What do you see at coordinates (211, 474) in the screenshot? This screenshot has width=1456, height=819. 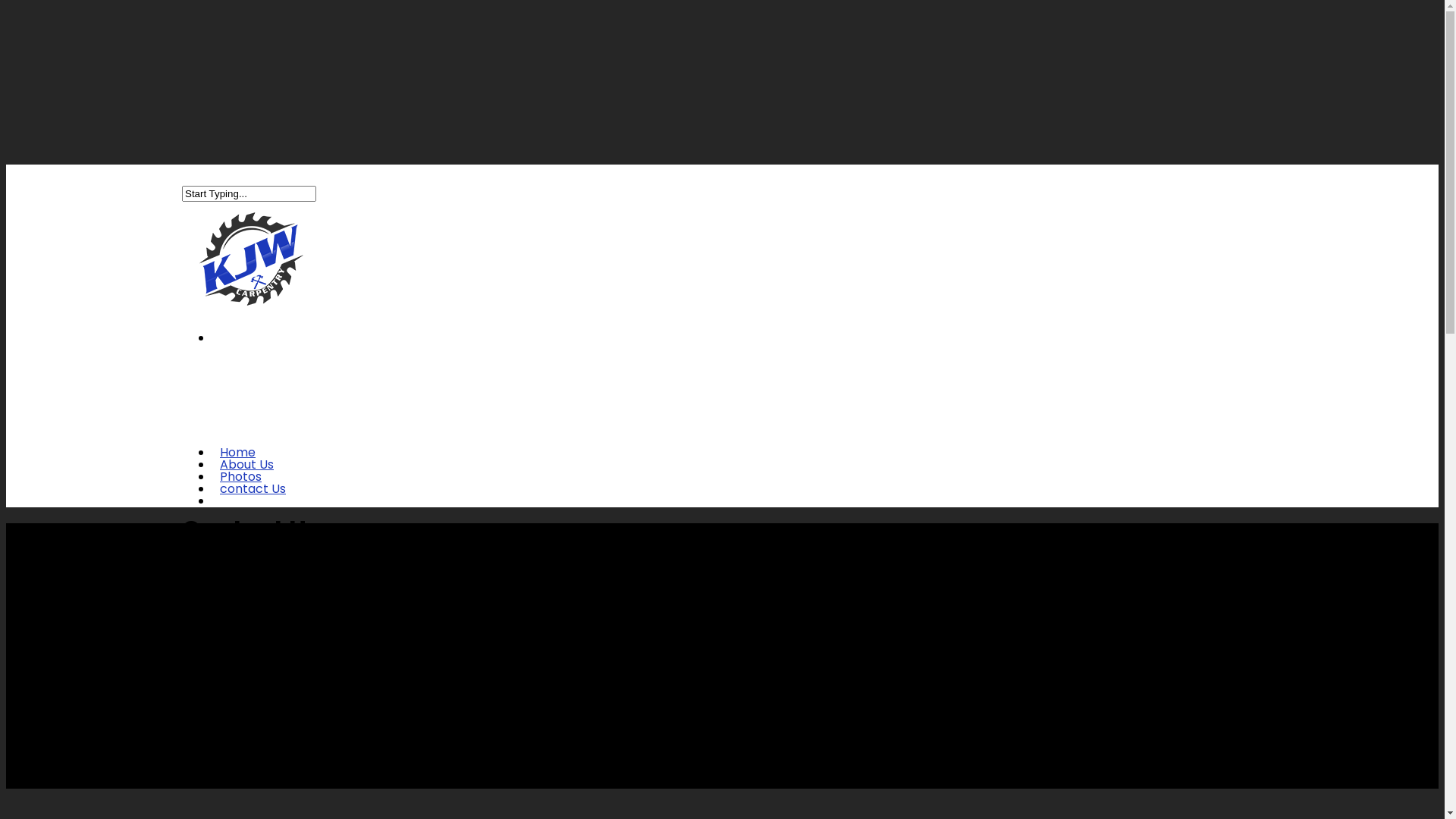 I see `'About Us'` at bounding box center [211, 474].